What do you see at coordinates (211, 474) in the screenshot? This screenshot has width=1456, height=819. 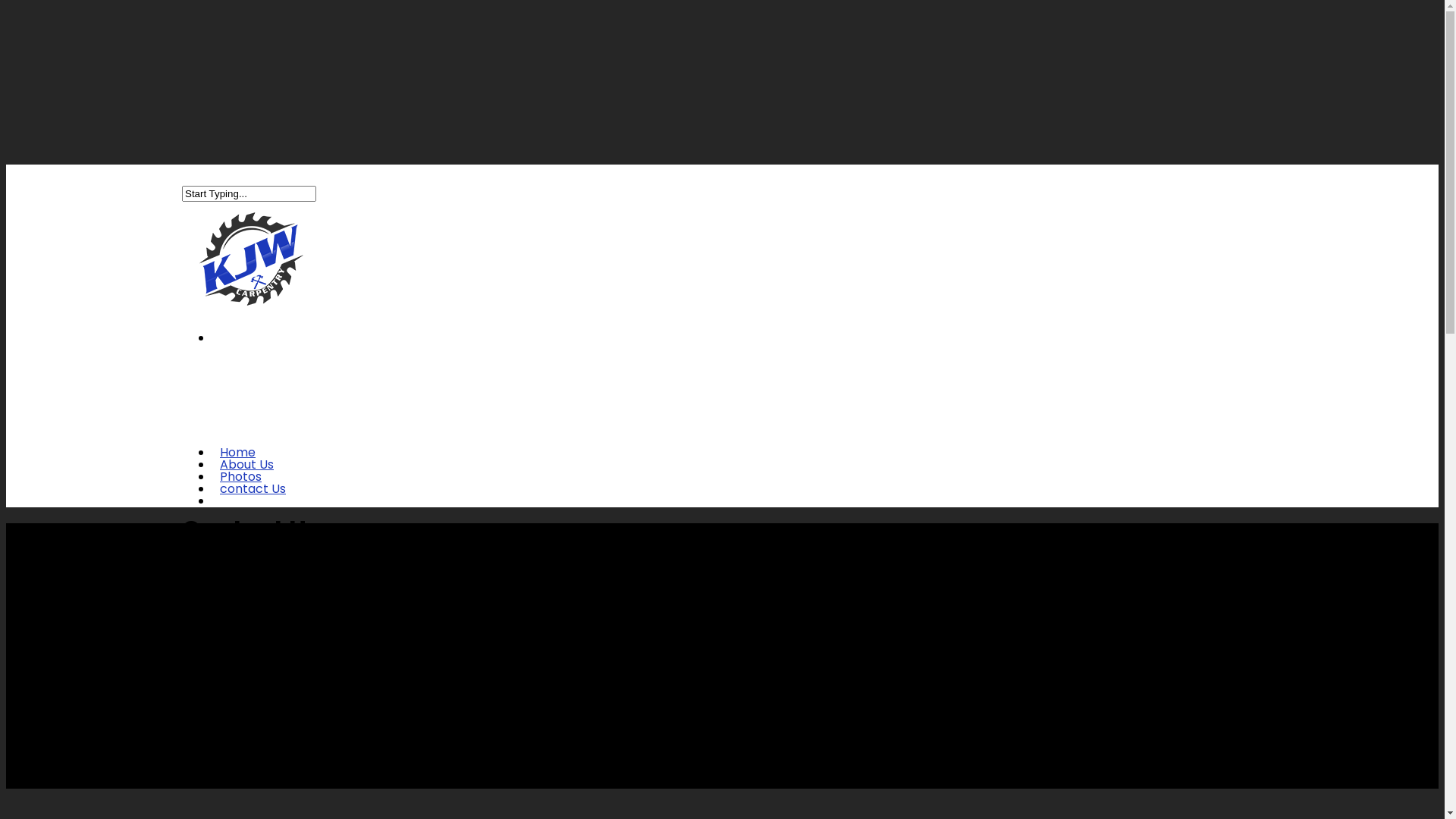 I see `'About Us'` at bounding box center [211, 474].